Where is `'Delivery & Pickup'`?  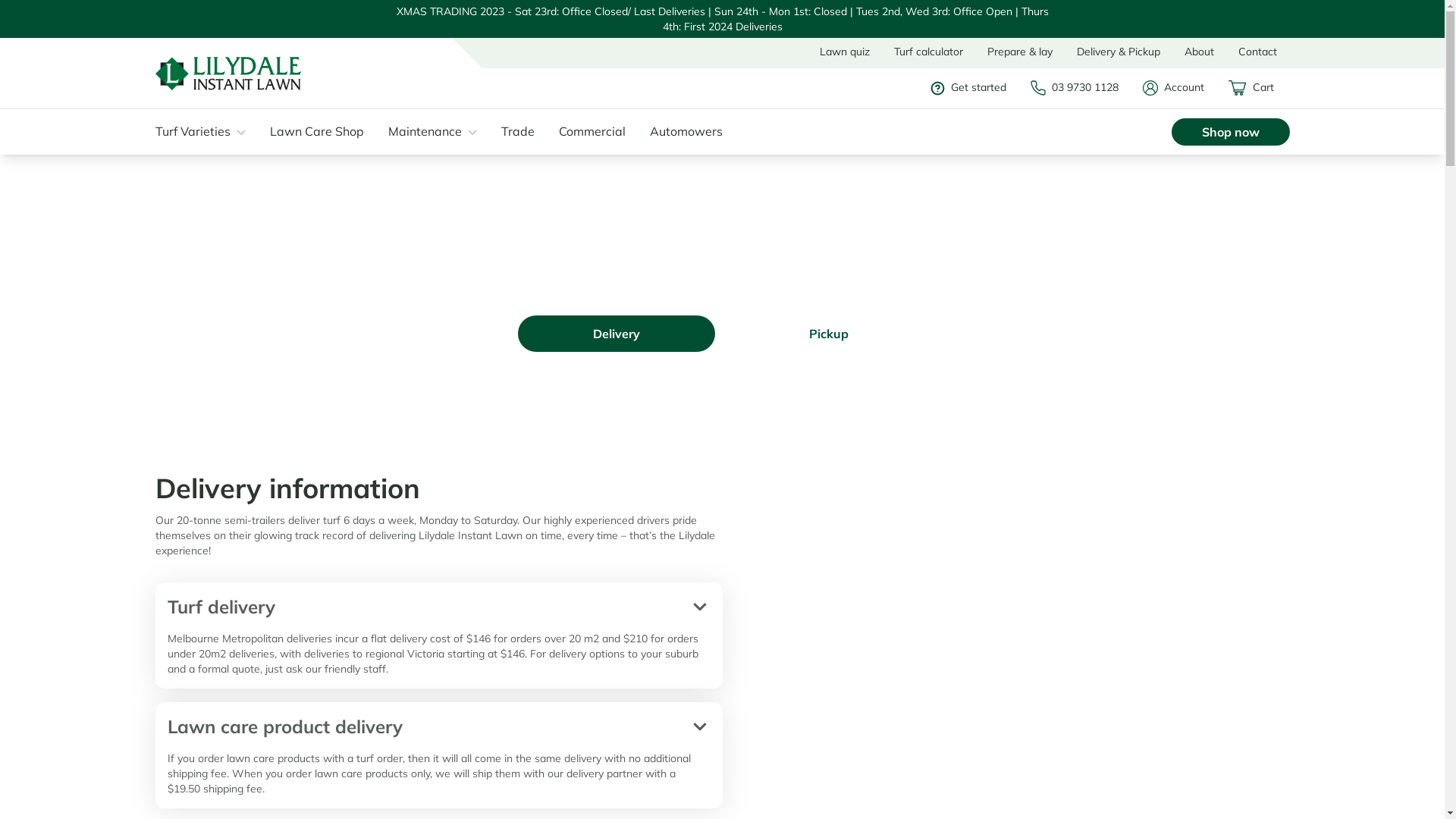
'Delivery & Pickup' is located at coordinates (1063, 51).